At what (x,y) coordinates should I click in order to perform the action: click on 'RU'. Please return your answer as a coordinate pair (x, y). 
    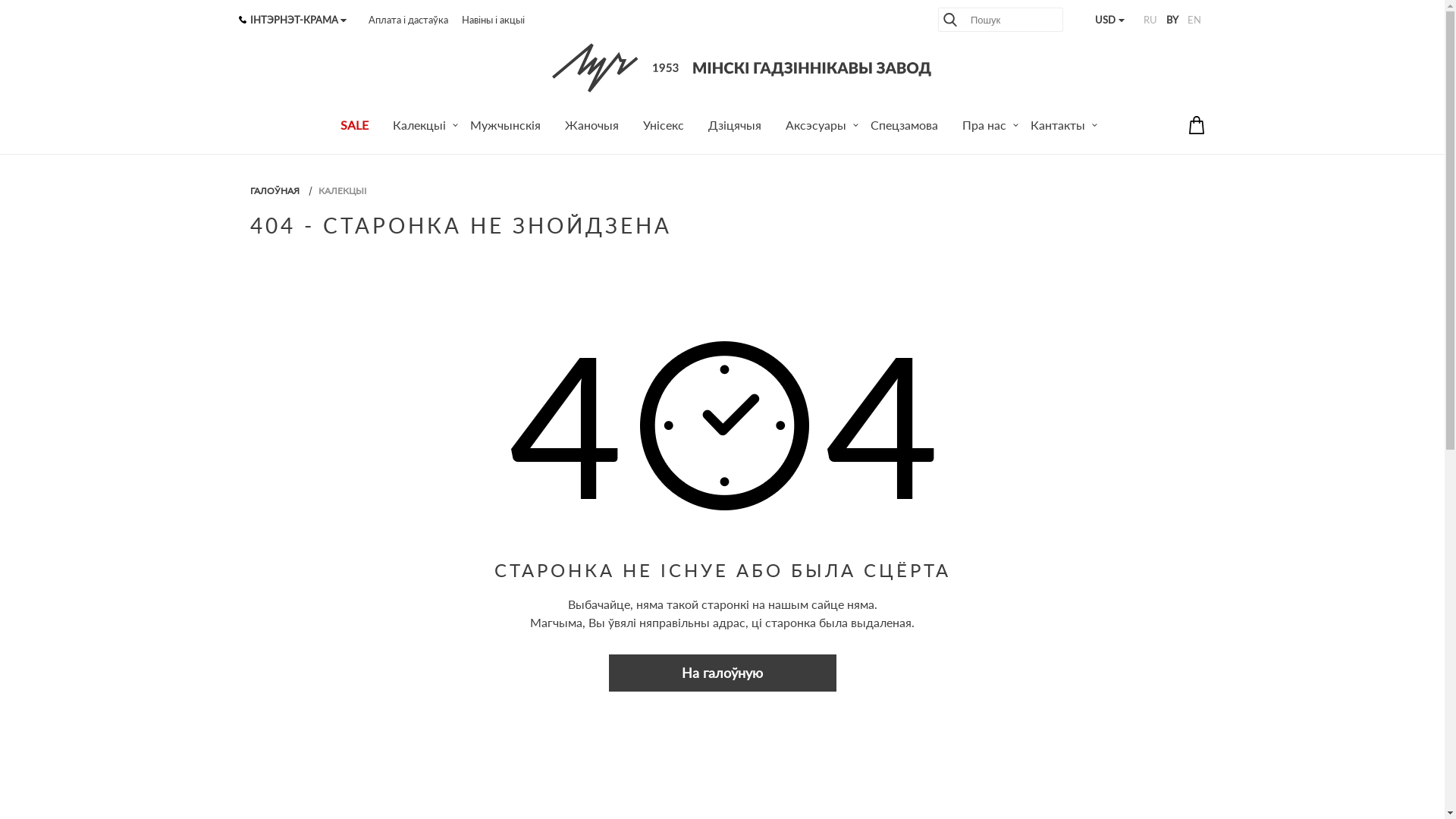
    Looking at the image, I should click on (1150, 20).